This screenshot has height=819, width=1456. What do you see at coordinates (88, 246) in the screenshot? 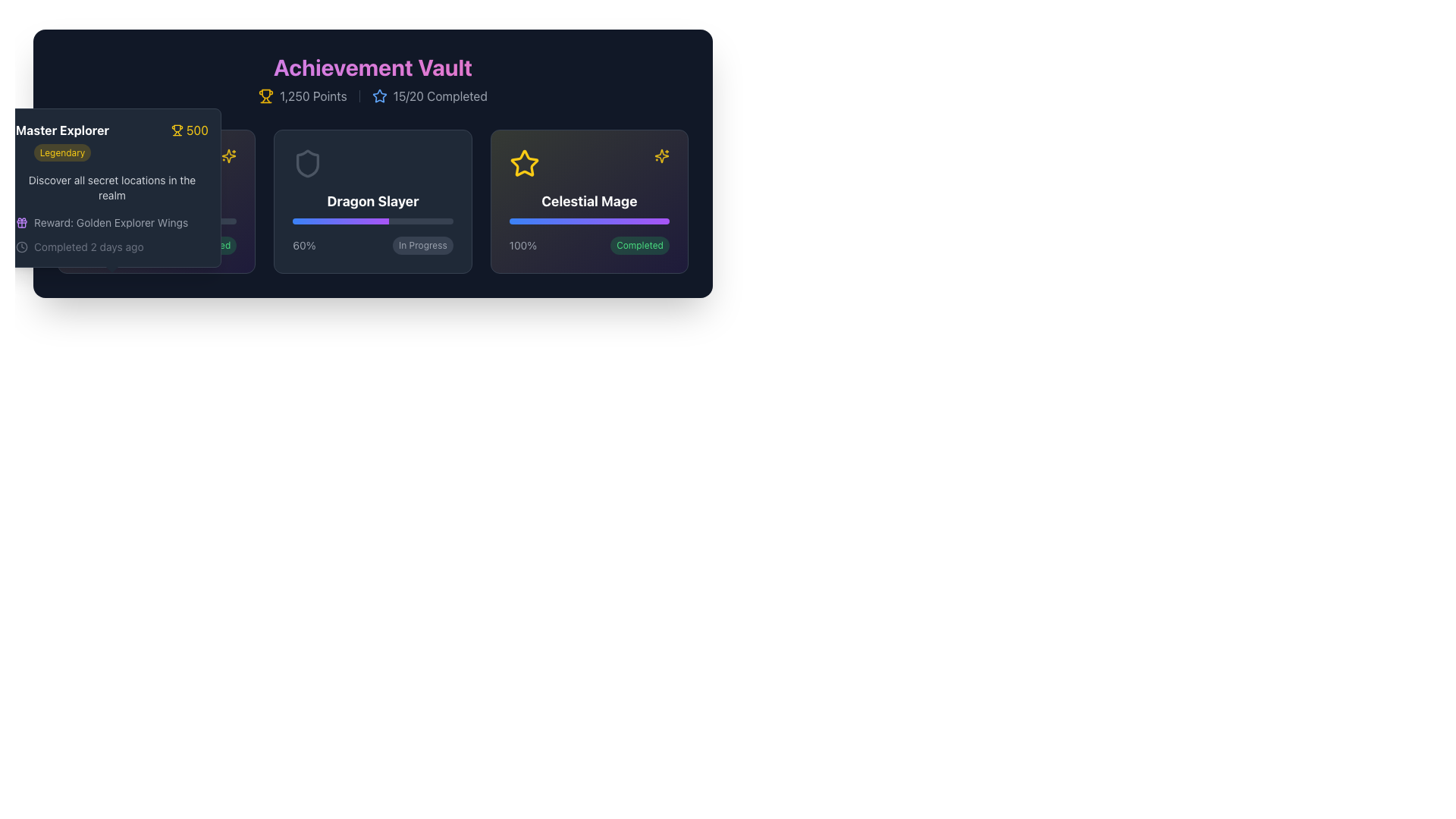
I see `the text label indicating the completion timeframe of the 'Master Explorer' achievement, located at the bottom section of the 'Master Explorer' card, adjacent to the clock icon` at bounding box center [88, 246].